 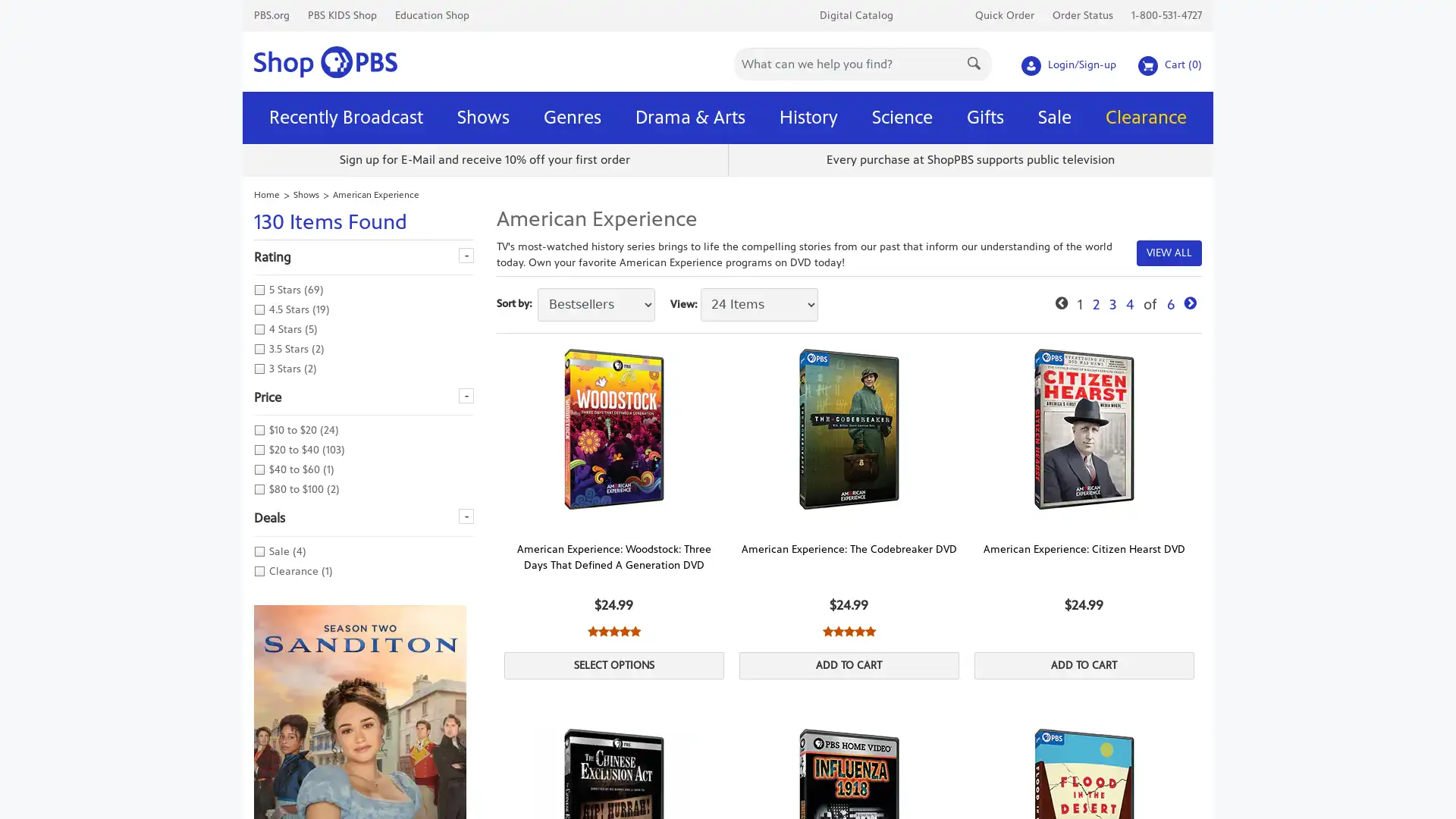 I want to click on VIEW ALL, so click(x=1167, y=251).